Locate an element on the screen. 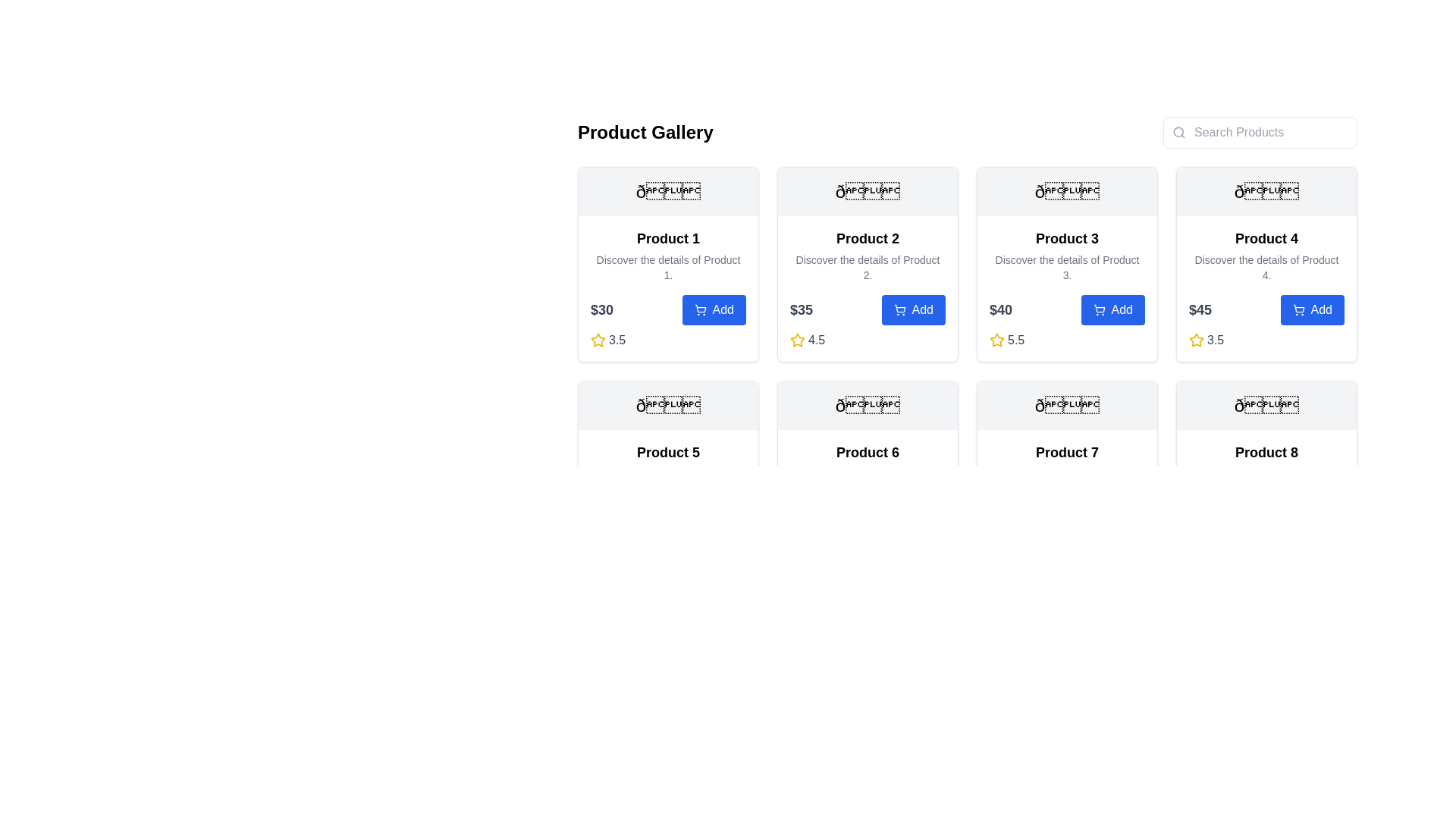  the shopping cart icon is located at coordinates (1099, 308).